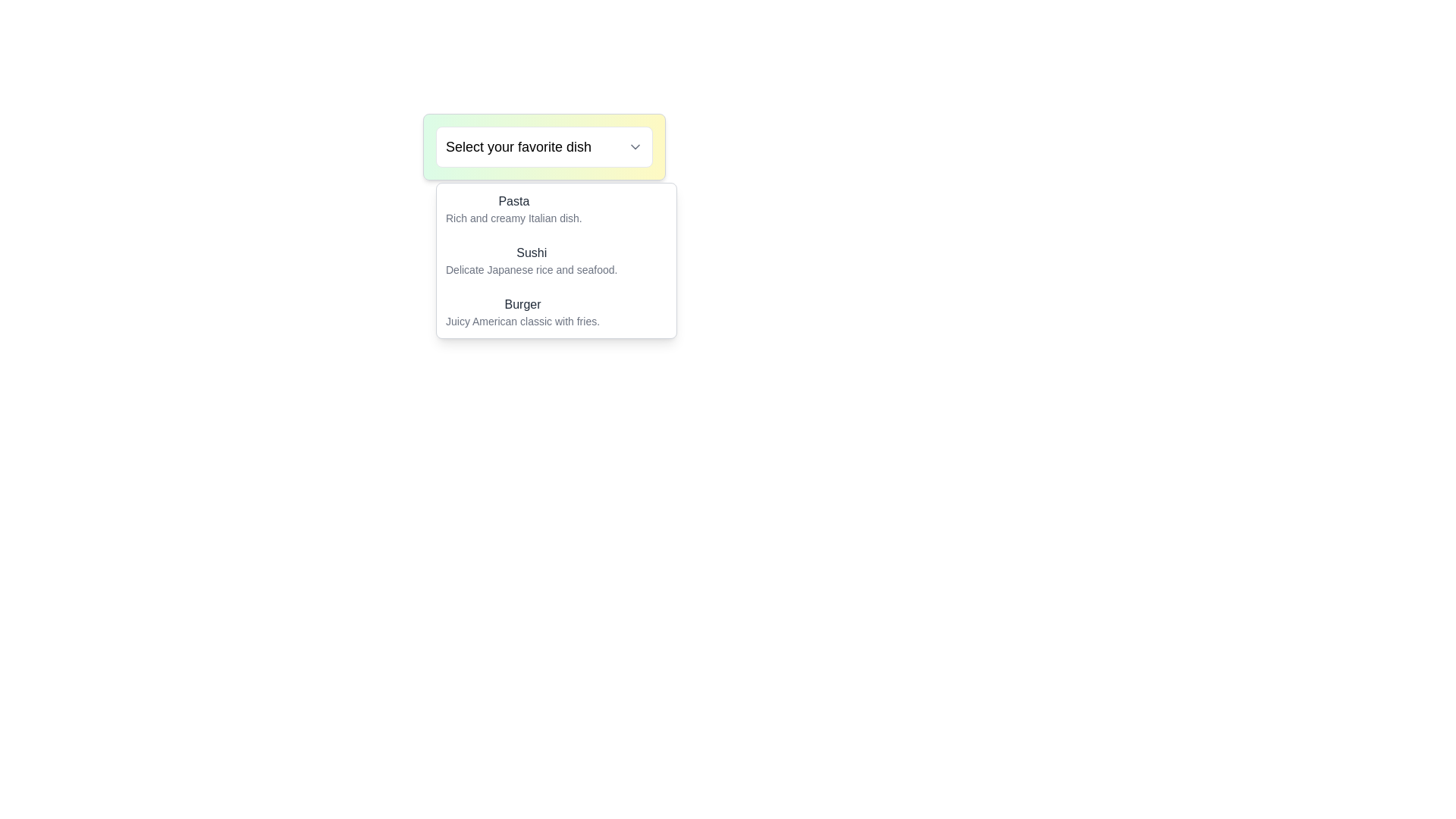 This screenshot has width=1456, height=819. Describe the element at coordinates (556, 259) in the screenshot. I see `the dropdown menu item list` at that location.